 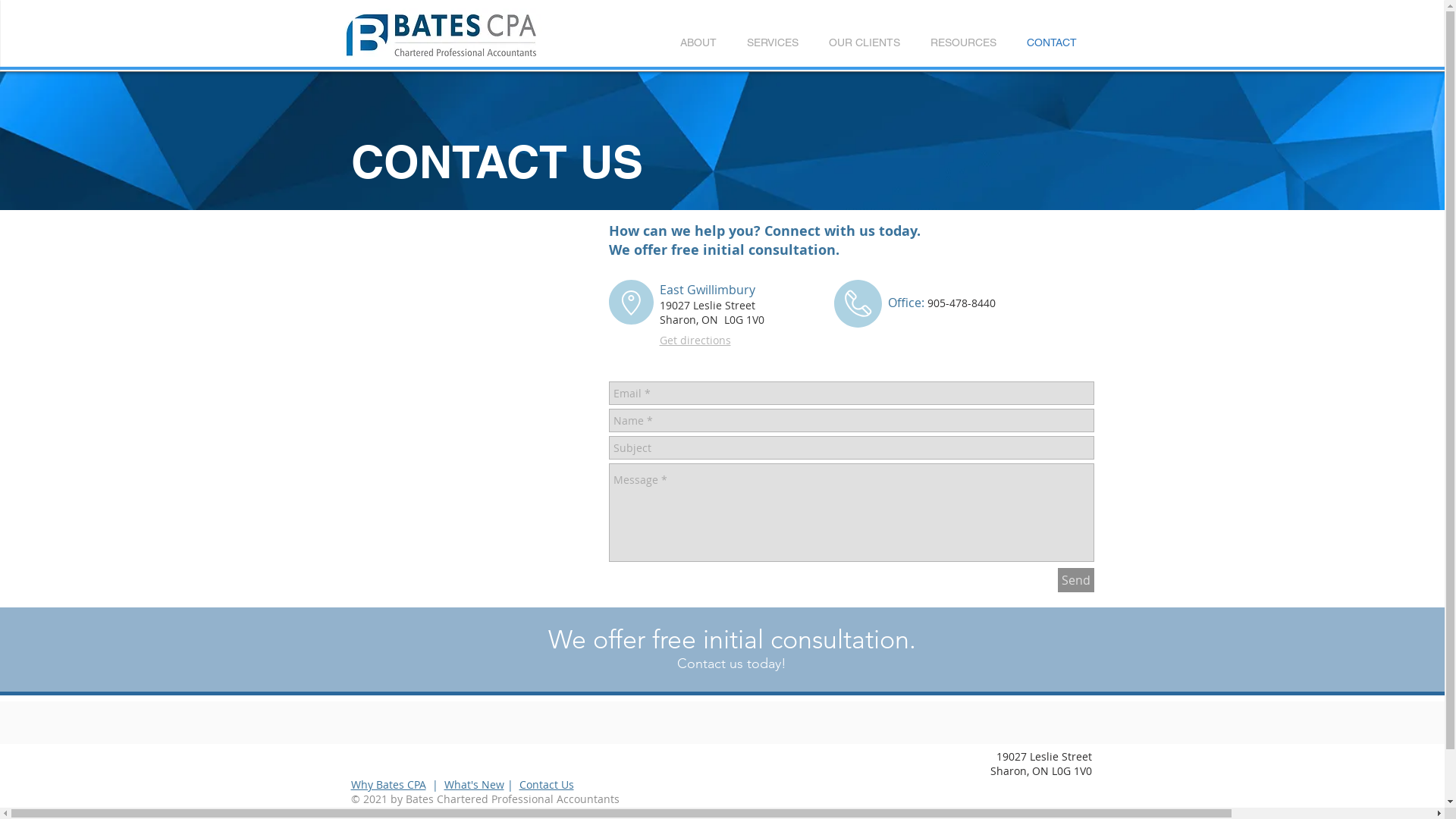 What do you see at coordinates (863, 42) in the screenshot?
I see `'OUR CLIENTS'` at bounding box center [863, 42].